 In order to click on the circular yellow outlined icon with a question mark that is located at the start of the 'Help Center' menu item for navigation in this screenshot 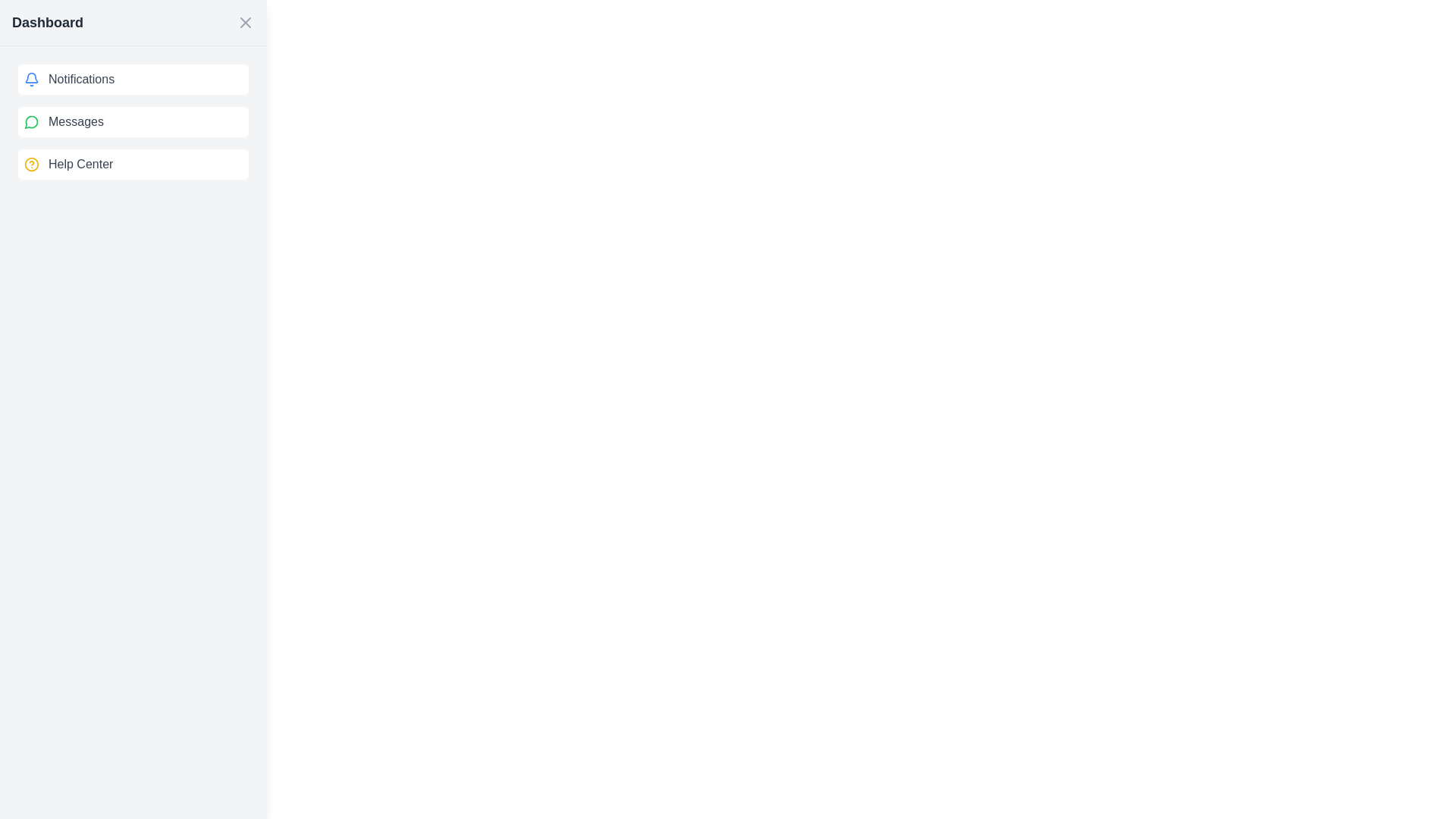, I will do `click(32, 164)`.